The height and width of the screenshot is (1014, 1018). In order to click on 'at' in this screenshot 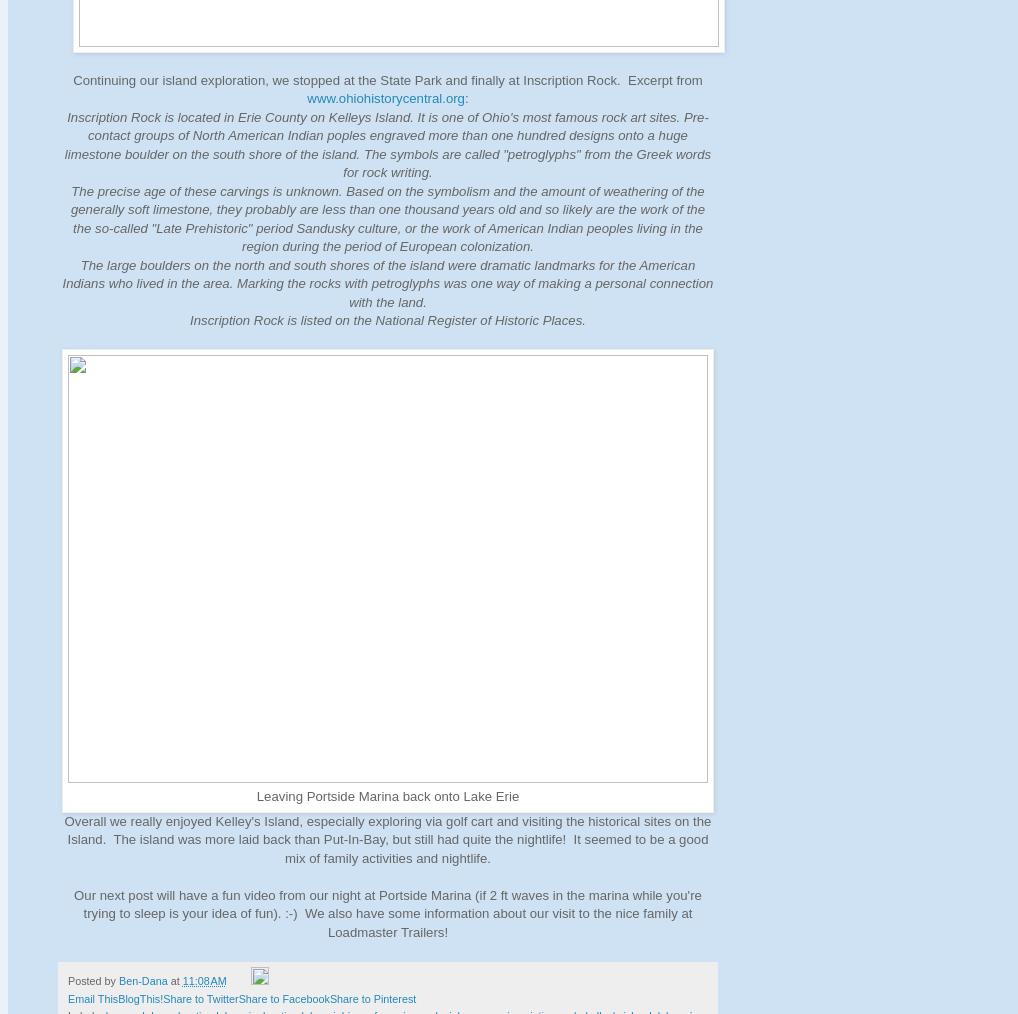, I will do `click(176, 981)`.